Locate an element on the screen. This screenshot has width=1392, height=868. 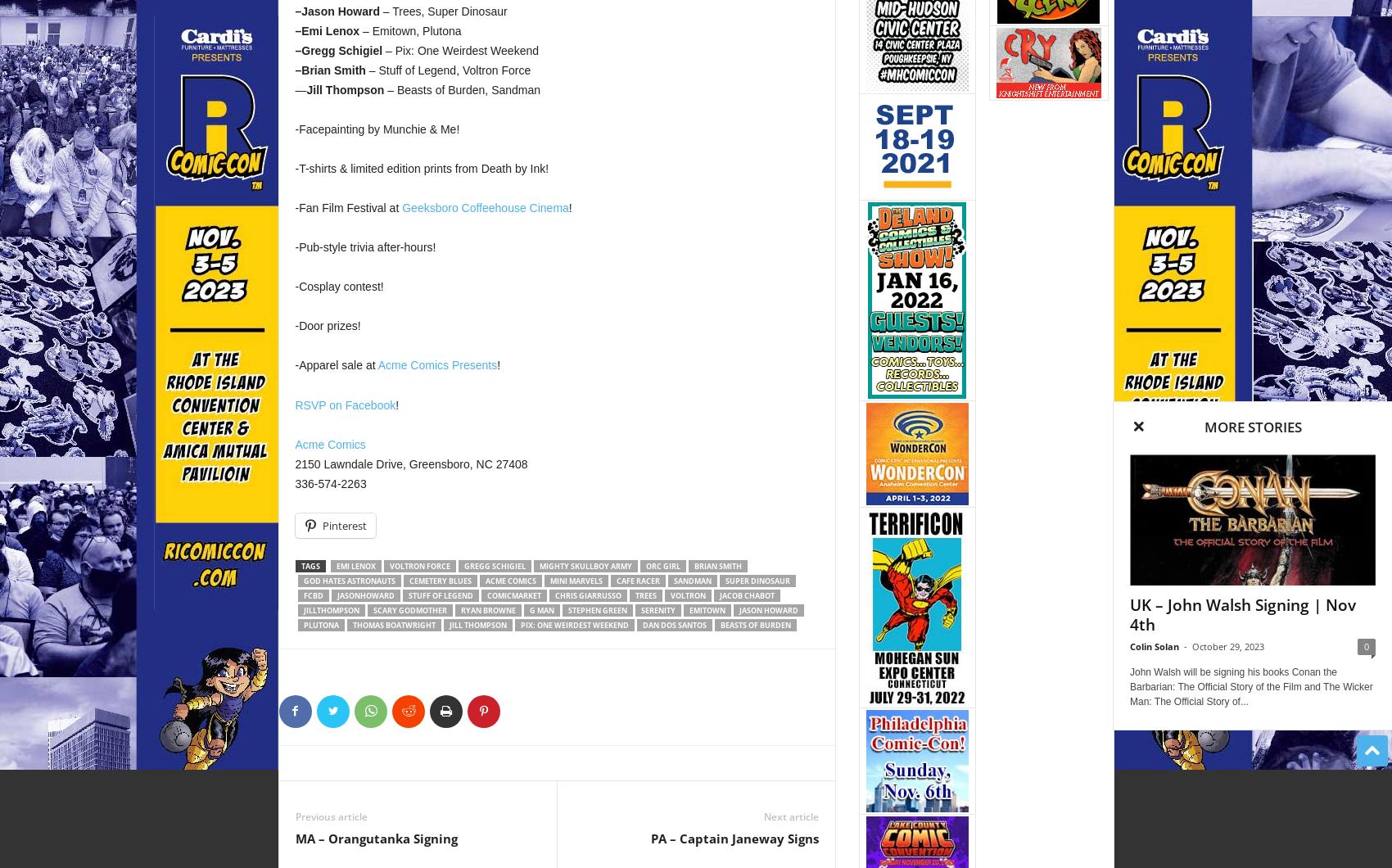
'comicmarket' is located at coordinates (485, 594).